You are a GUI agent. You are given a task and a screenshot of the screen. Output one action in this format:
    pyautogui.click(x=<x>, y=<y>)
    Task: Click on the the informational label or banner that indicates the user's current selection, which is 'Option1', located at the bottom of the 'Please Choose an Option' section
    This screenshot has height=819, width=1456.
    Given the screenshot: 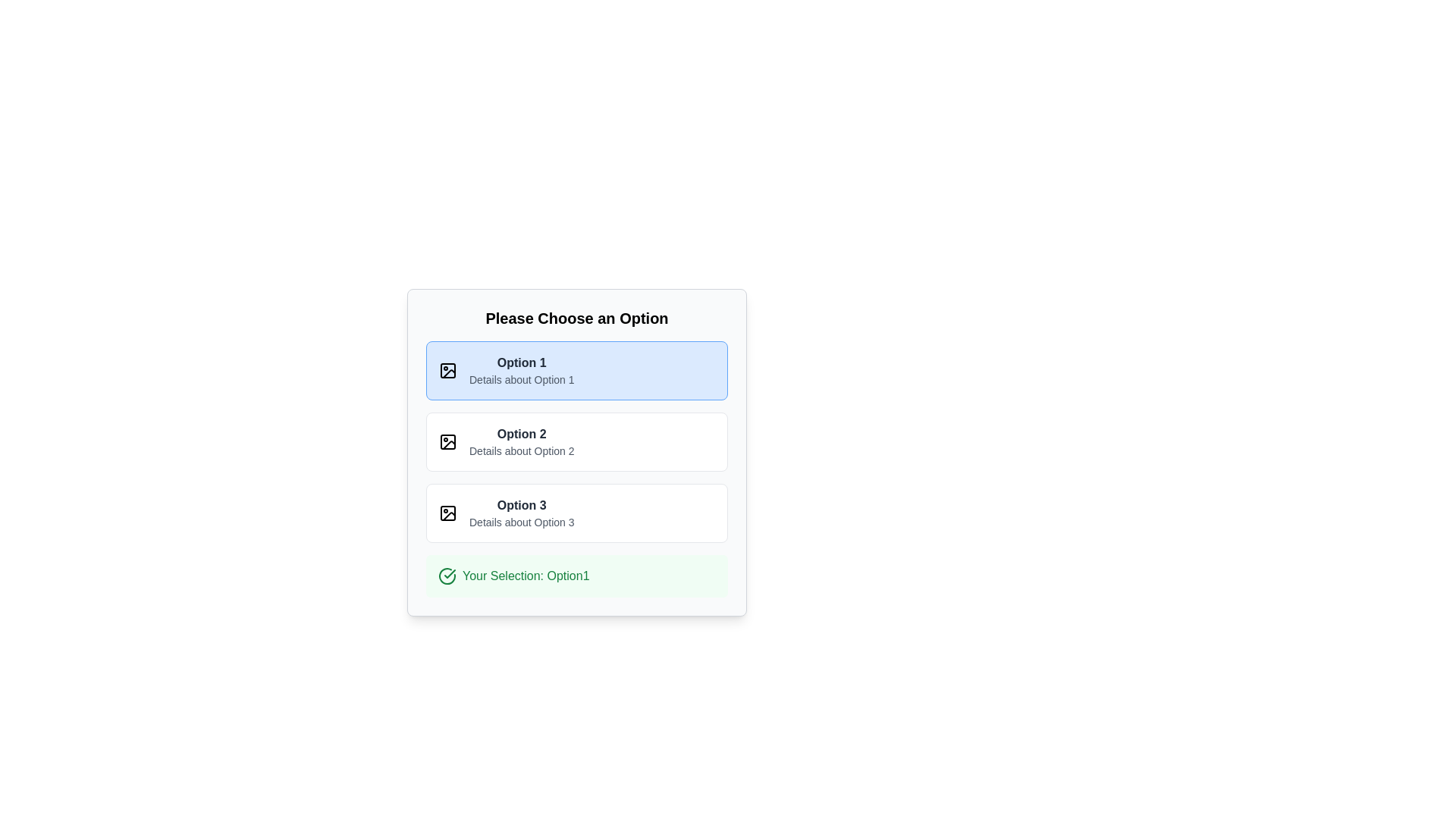 What is the action you would take?
    pyautogui.click(x=576, y=576)
    